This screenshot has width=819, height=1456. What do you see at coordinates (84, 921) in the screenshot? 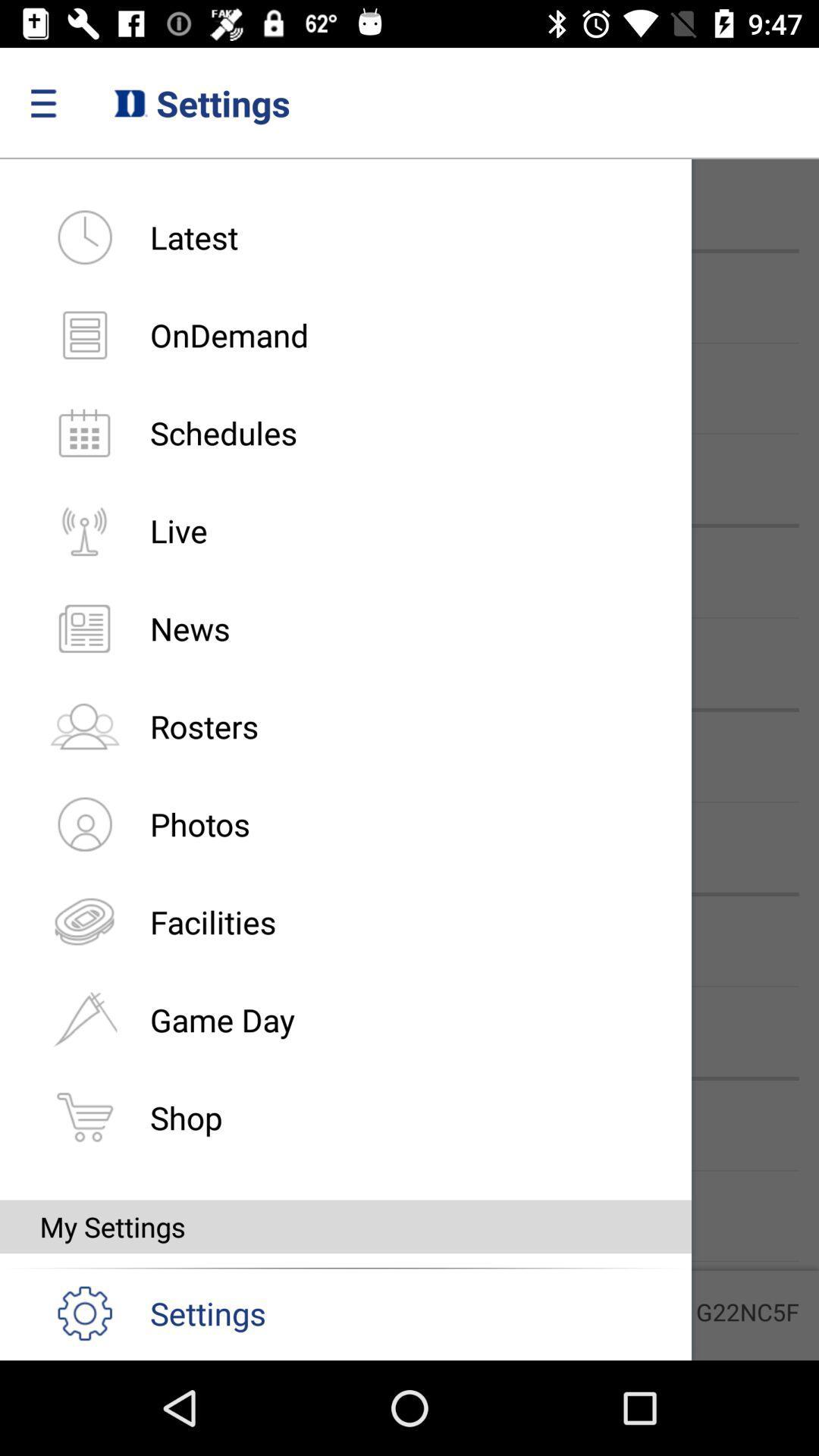
I see `the eighth option under settings` at bounding box center [84, 921].